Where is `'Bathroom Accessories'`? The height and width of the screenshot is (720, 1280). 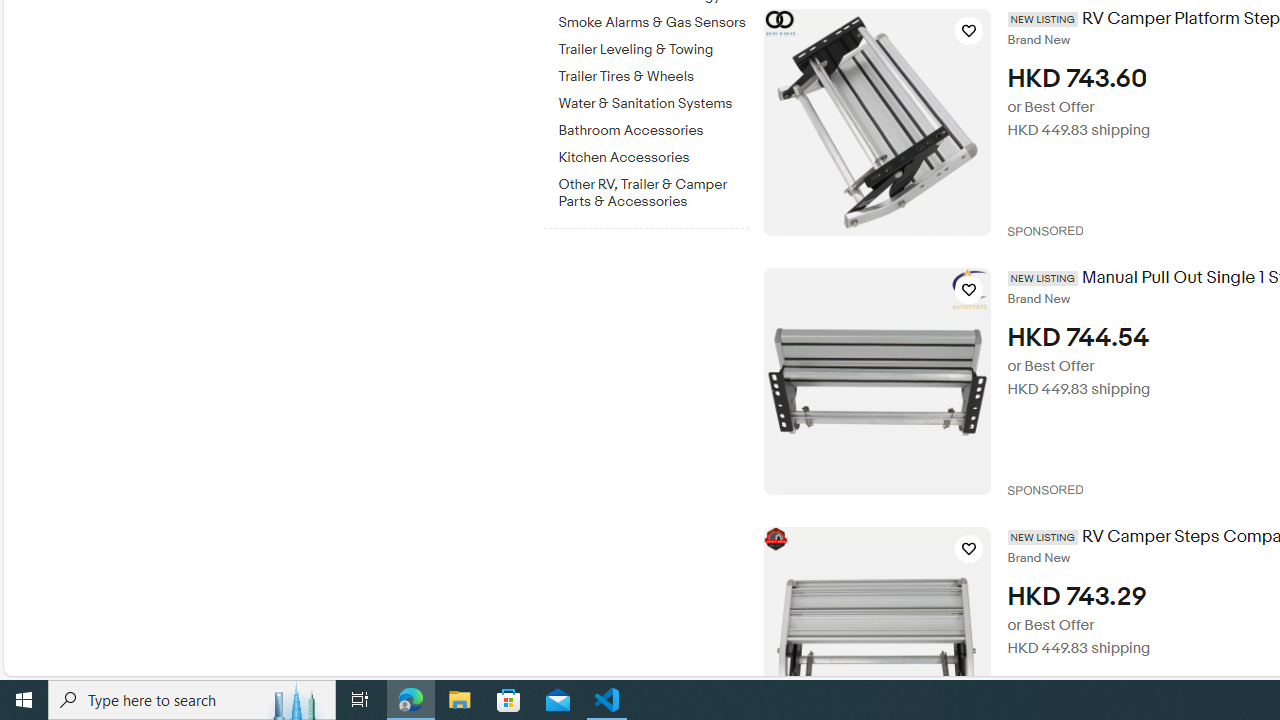 'Bathroom Accessories' is located at coordinates (653, 127).